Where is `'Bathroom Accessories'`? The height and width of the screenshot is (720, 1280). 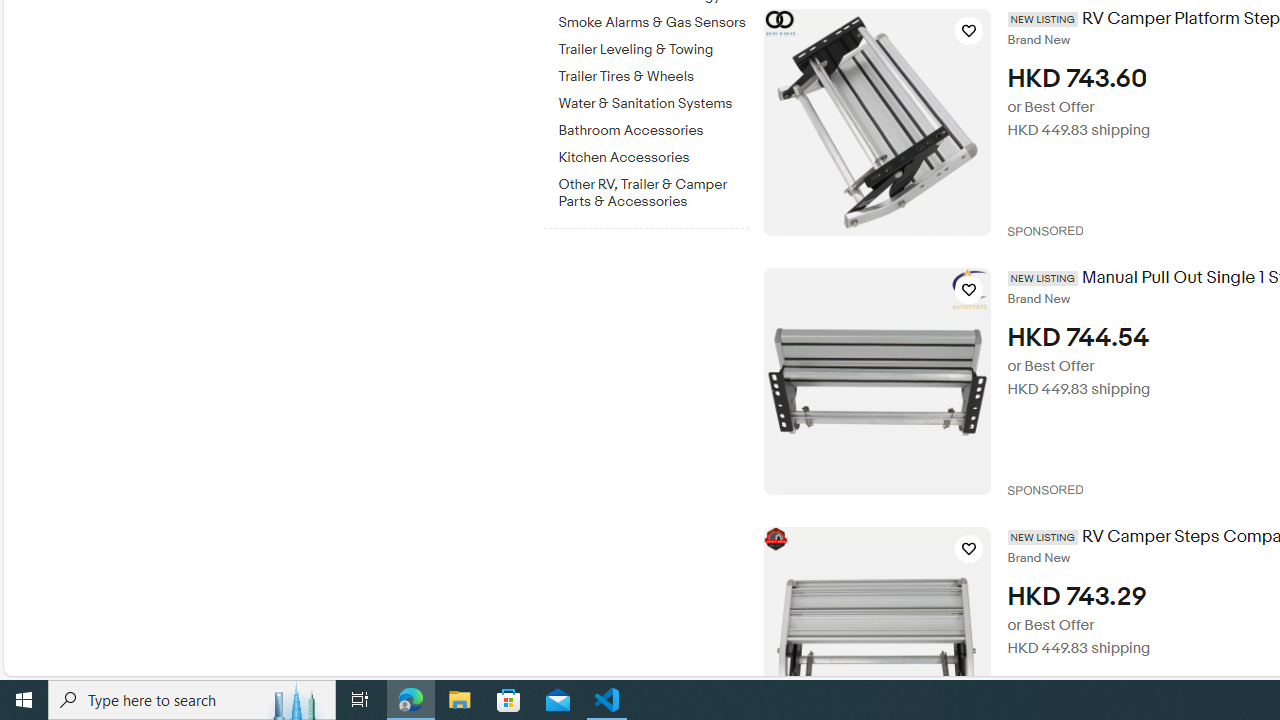 'Bathroom Accessories' is located at coordinates (653, 127).